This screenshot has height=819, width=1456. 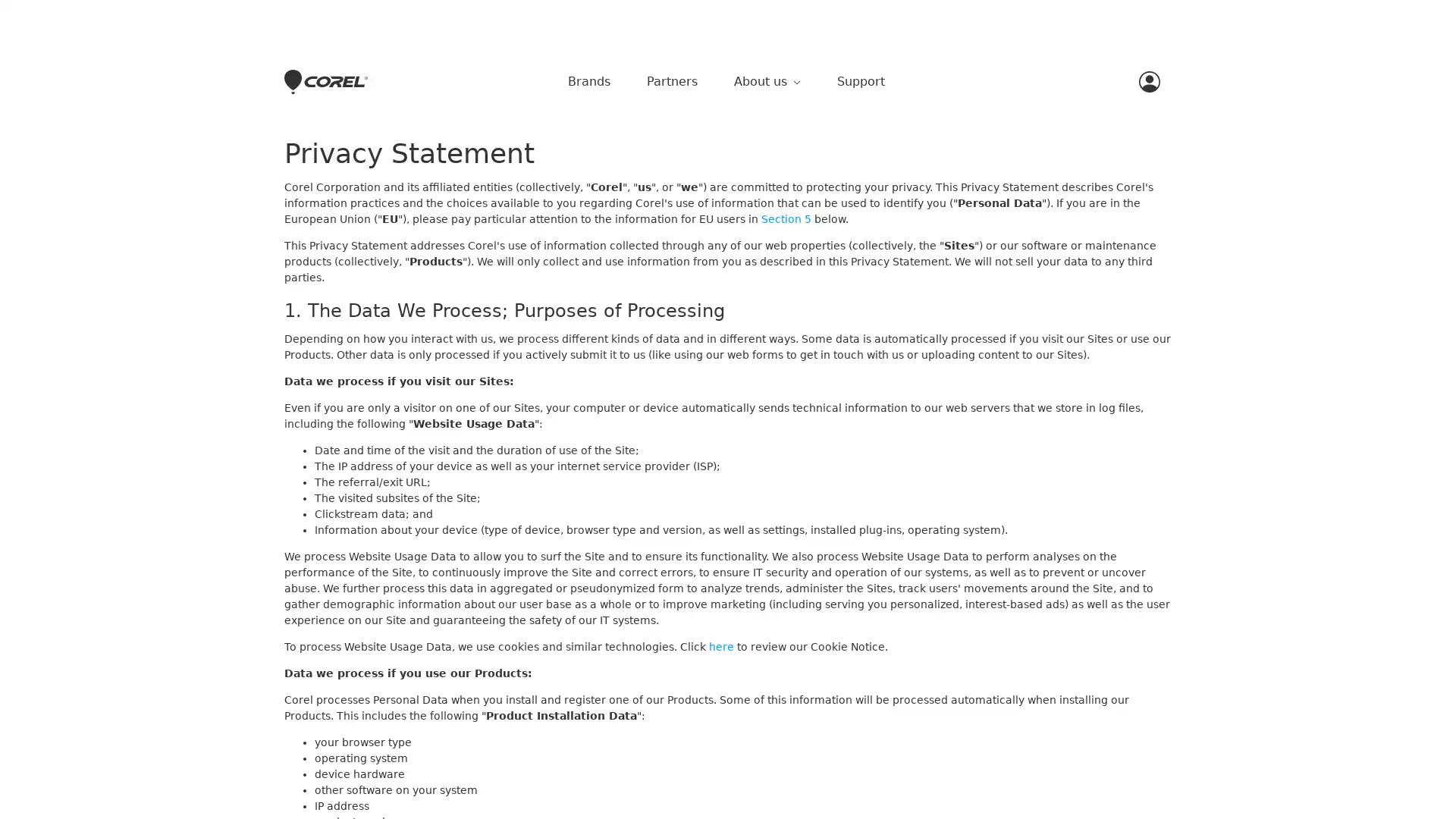 What do you see at coordinates (1225, 773) in the screenshot?
I see `Accept Cookies` at bounding box center [1225, 773].